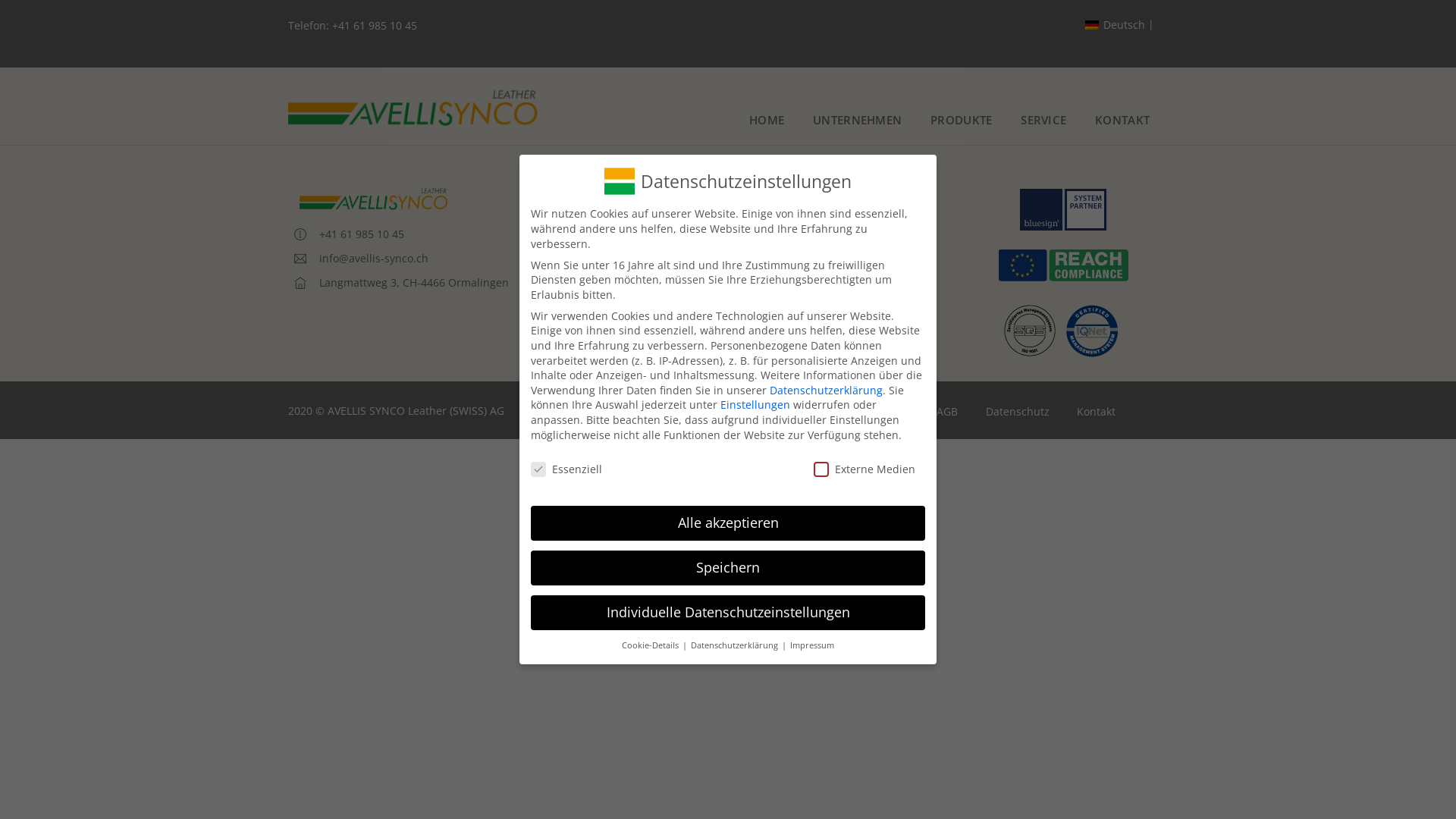  I want to click on 'UNTERNEHMEN', so click(857, 119).